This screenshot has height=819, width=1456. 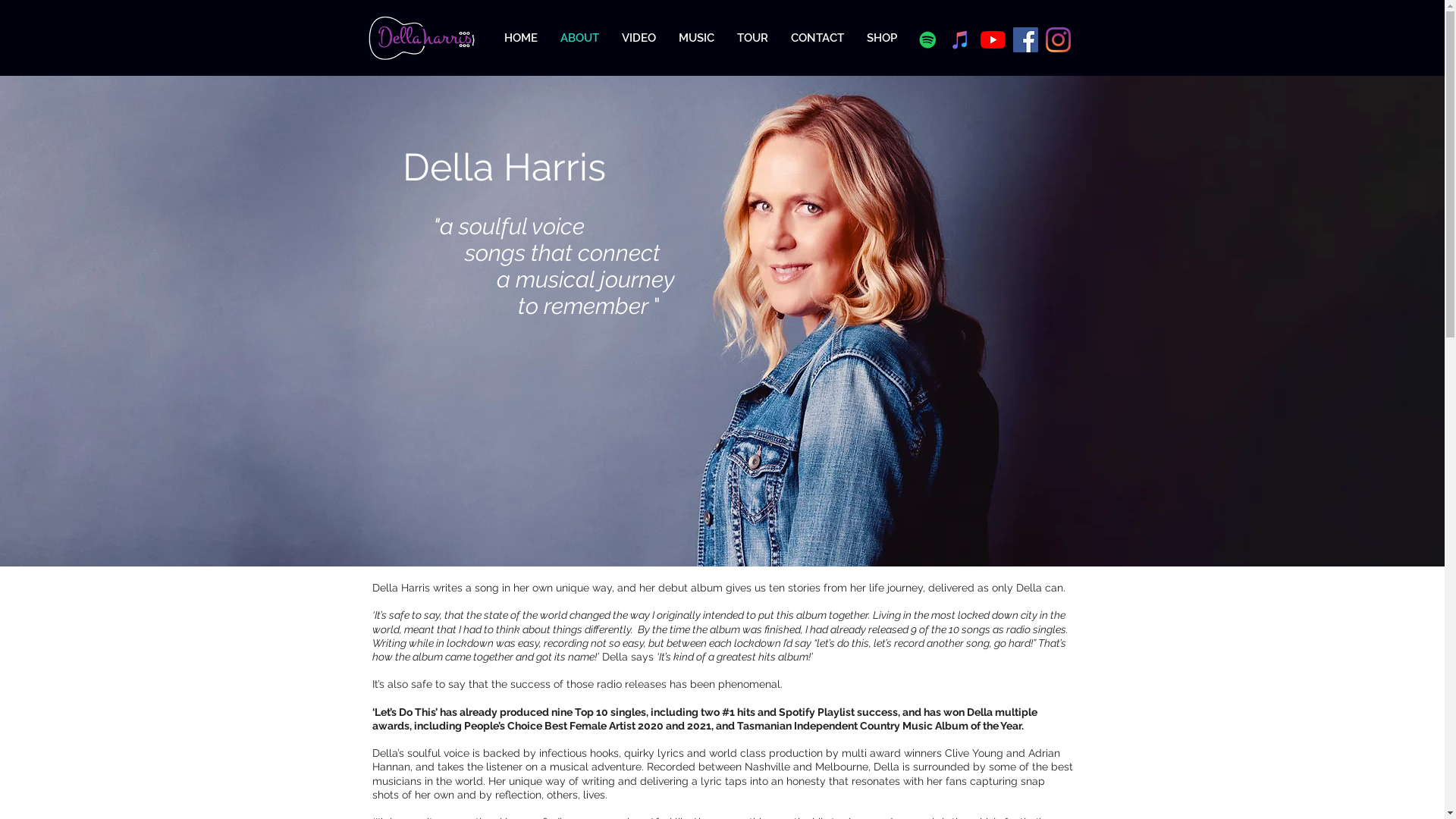 What do you see at coordinates (520, 37) in the screenshot?
I see `'HOME'` at bounding box center [520, 37].